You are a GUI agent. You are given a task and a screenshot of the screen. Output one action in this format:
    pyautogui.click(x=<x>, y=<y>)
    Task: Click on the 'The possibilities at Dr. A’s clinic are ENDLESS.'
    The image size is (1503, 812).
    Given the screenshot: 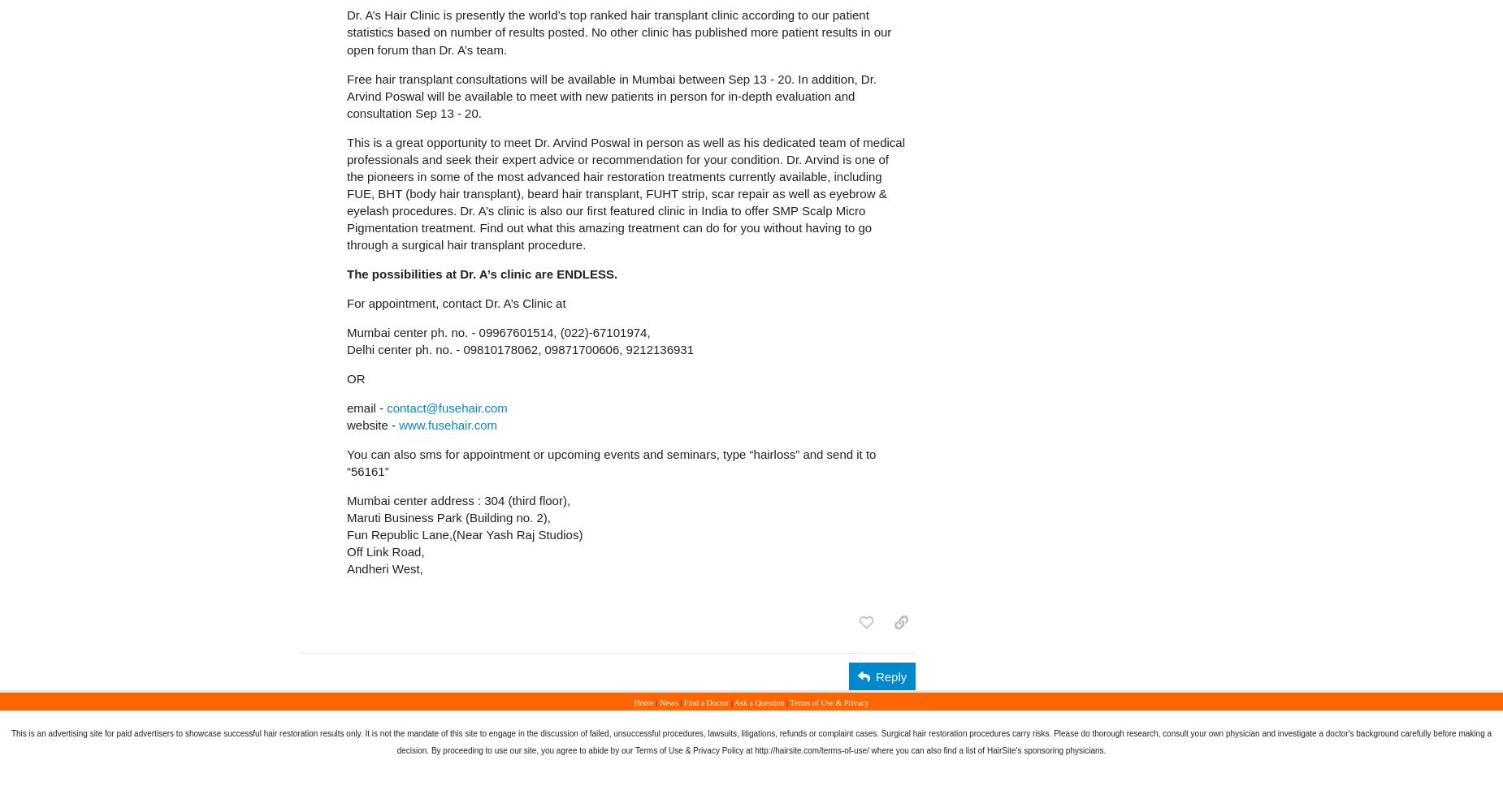 What is the action you would take?
    pyautogui.click(x=345, y=272)
    